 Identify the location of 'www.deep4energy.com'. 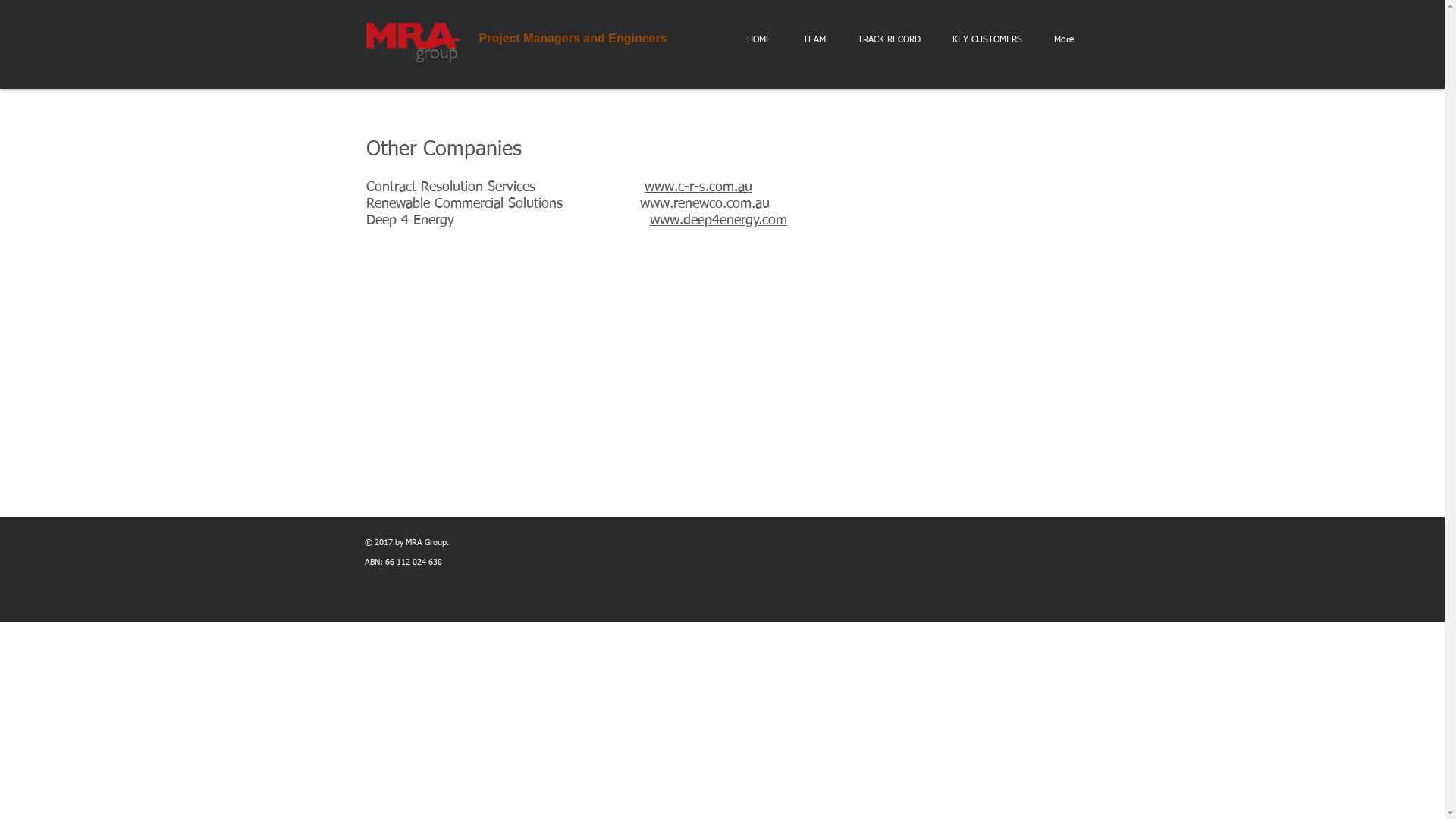
(648, 220).